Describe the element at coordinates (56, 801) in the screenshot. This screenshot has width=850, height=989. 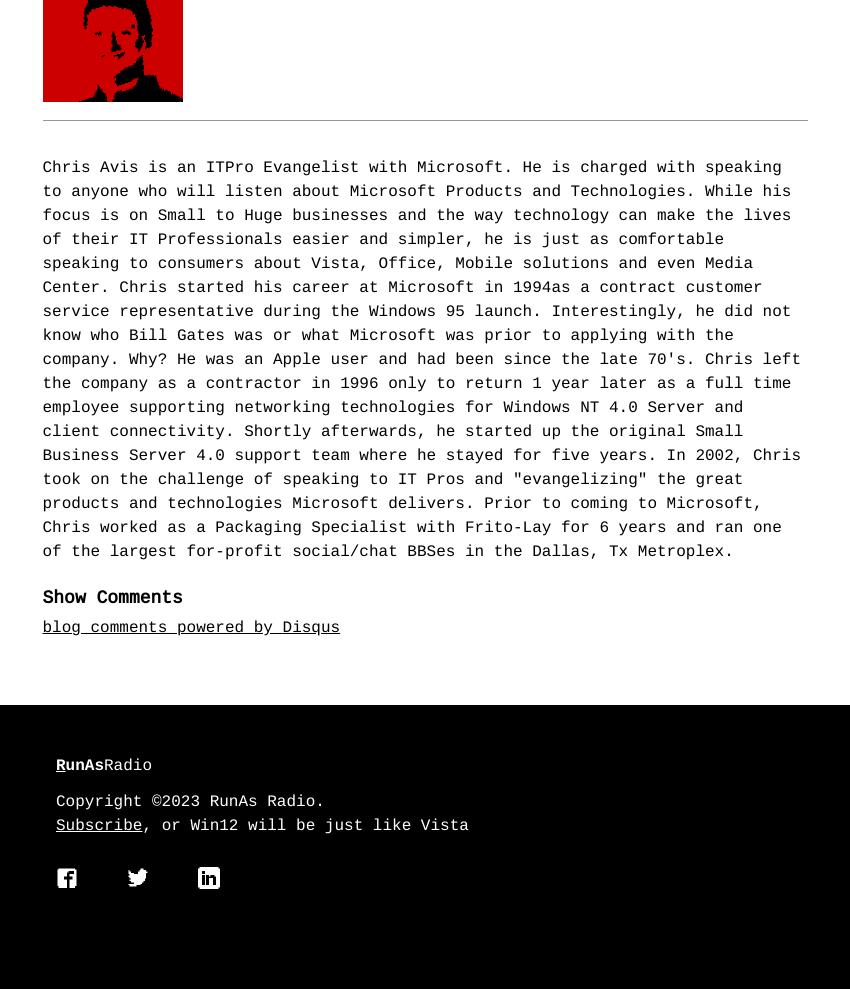
I see `'Copyright ©2023 RunAs Radio.'` at that location.